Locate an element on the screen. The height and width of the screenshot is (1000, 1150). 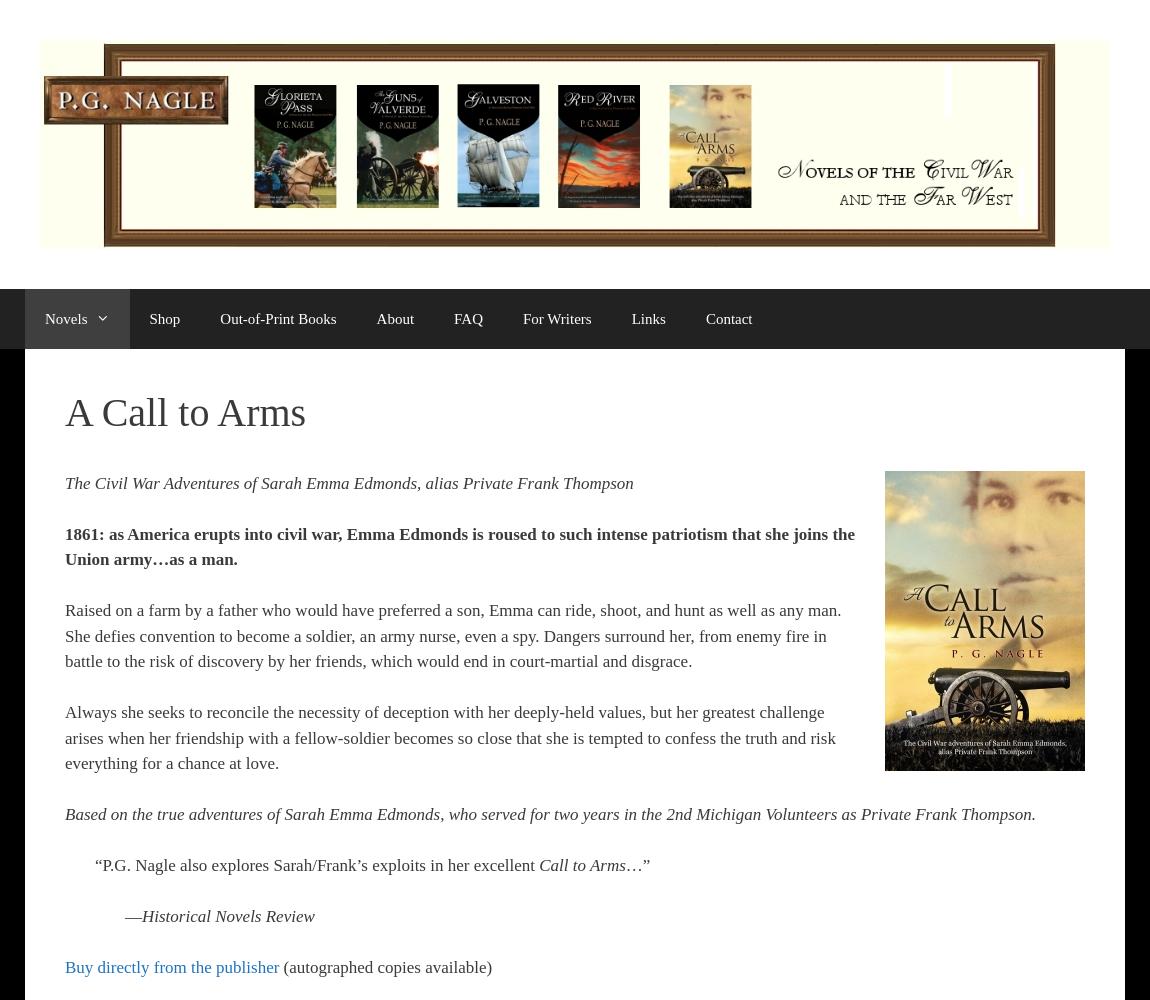
'Raised on a farm by a father who would have preferred a son, Emma can ride, shoot, and hunt as well as any man. She defies convention to become a soldier, an army nurse, even a spy. Dangers surround her, from enemy fire in battle to the risk of discovery by her friends, which would end in court-martial and disgrace.' is located at coordinates (63, 636).